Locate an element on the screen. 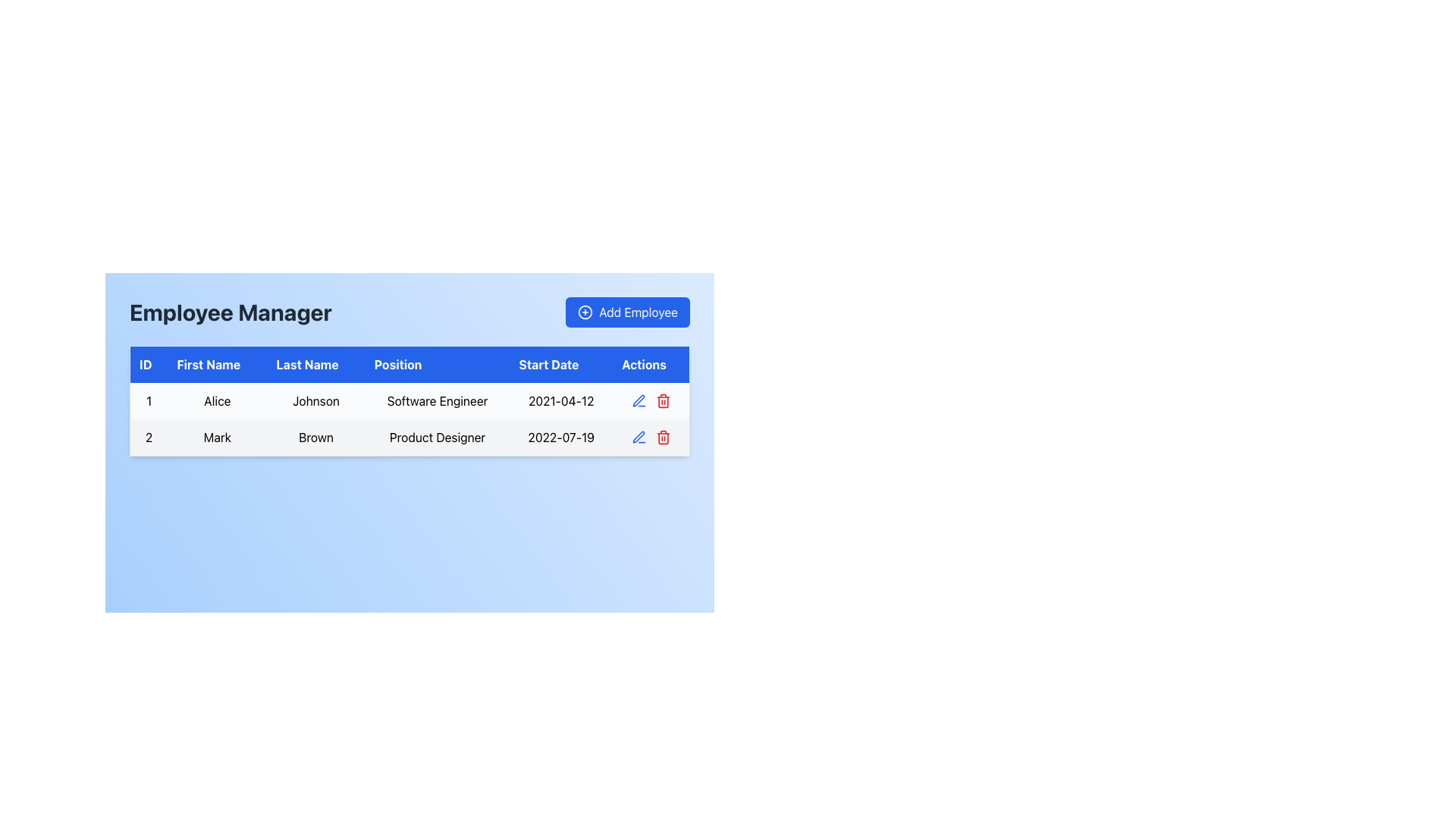 The width and height of the screenshot is (1456, 819). the circular outline of the 'Add Employee' button located at the top-right corner above a table component is located at coordinates (585, 312).